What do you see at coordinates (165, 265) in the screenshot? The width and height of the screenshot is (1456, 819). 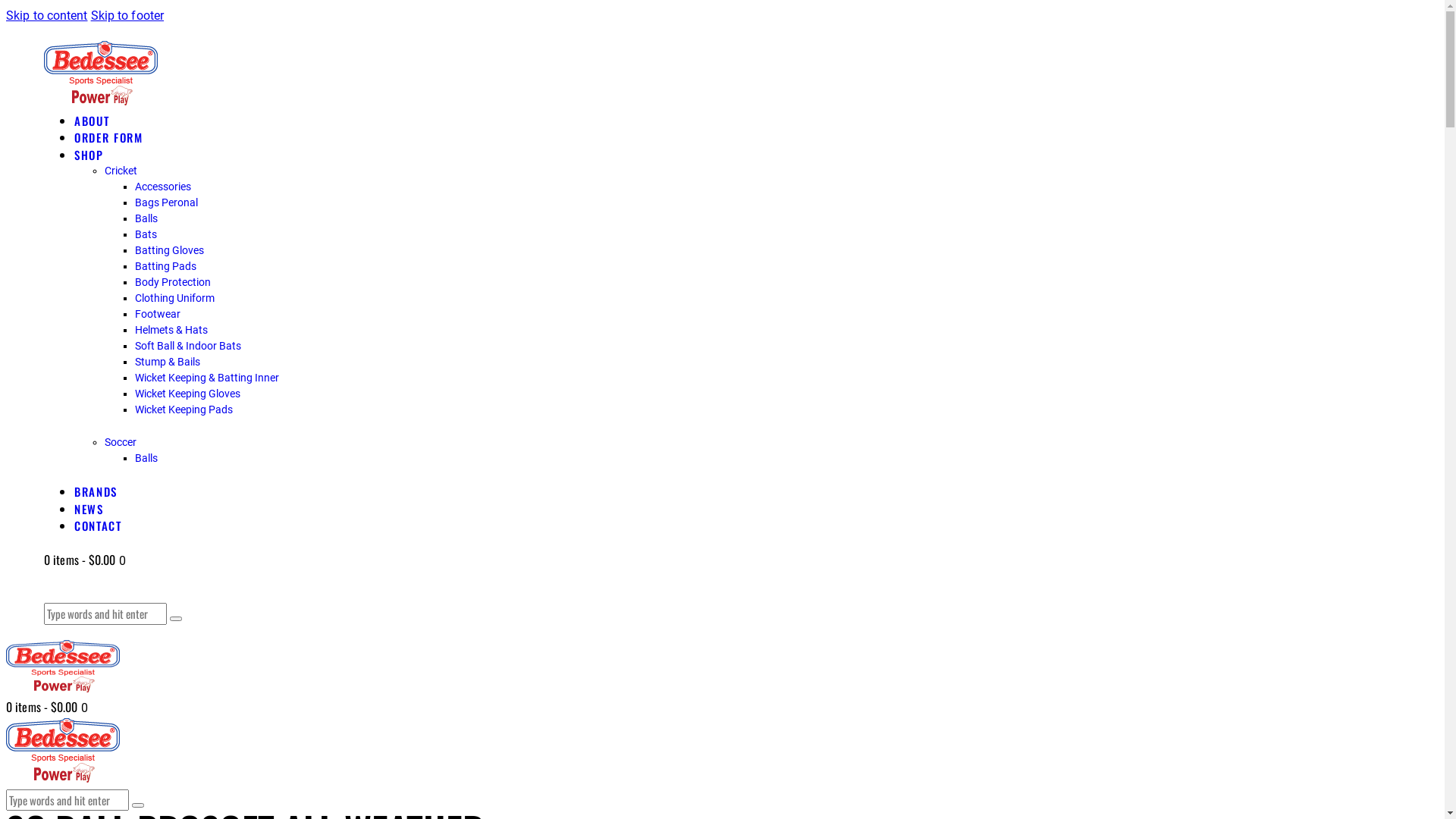 I see `'Batting Pads'` at bounding box center [165, 265].